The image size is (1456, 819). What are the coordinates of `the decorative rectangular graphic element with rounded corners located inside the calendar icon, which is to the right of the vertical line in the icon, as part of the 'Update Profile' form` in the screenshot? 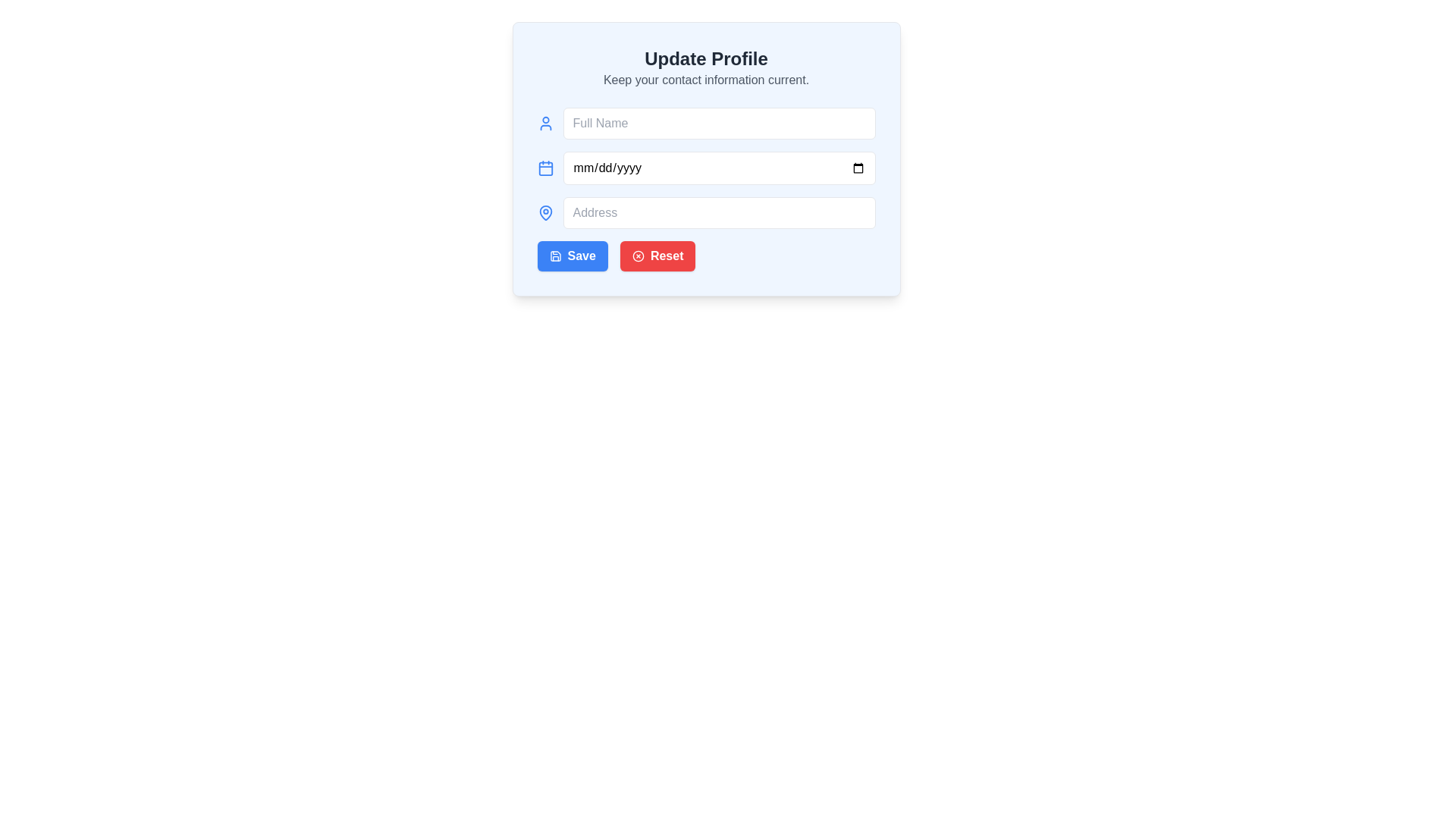 It's located at (545, 168).